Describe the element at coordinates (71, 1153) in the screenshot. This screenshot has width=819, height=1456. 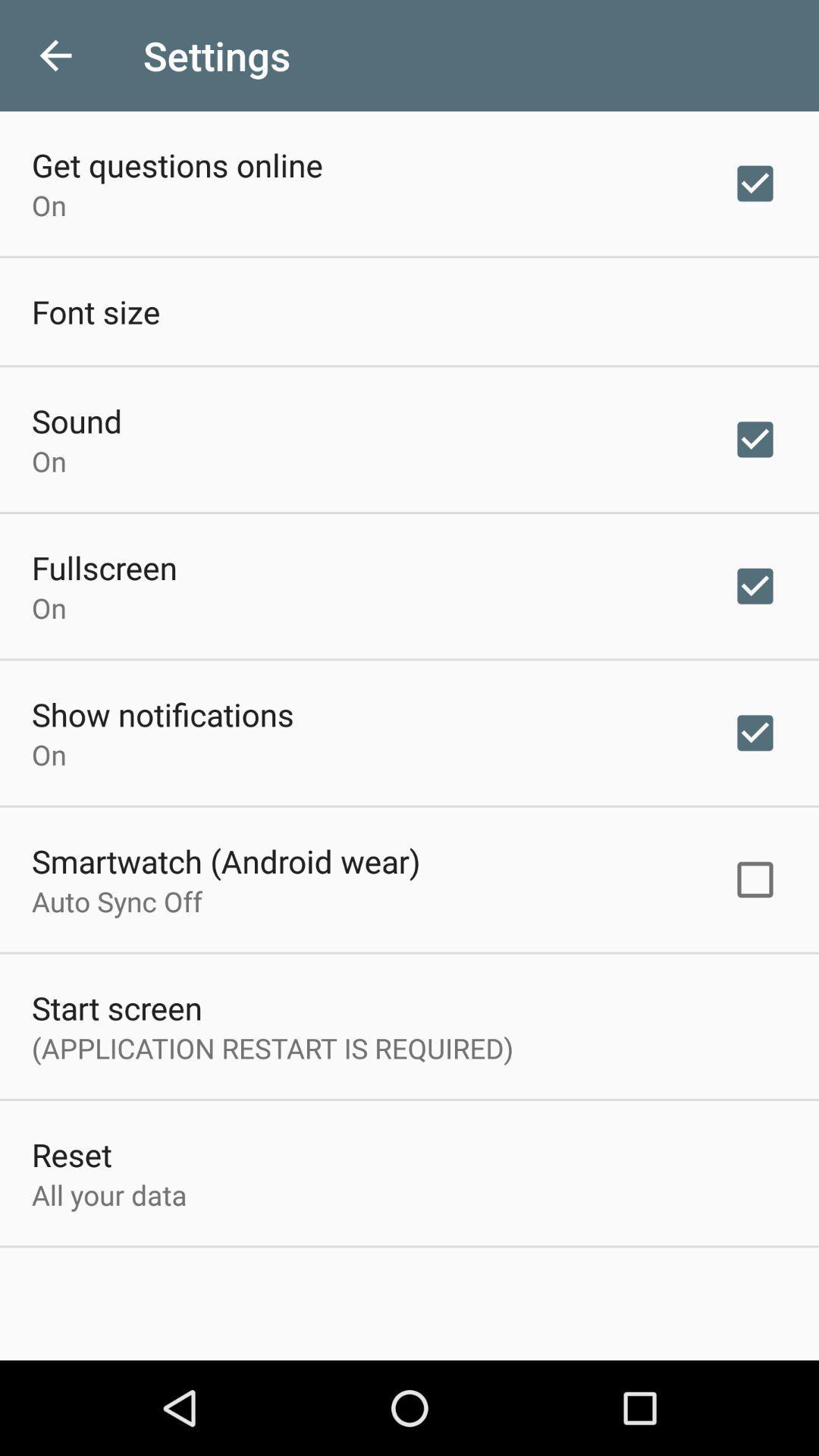
I see `the icon above all your data` at that location.